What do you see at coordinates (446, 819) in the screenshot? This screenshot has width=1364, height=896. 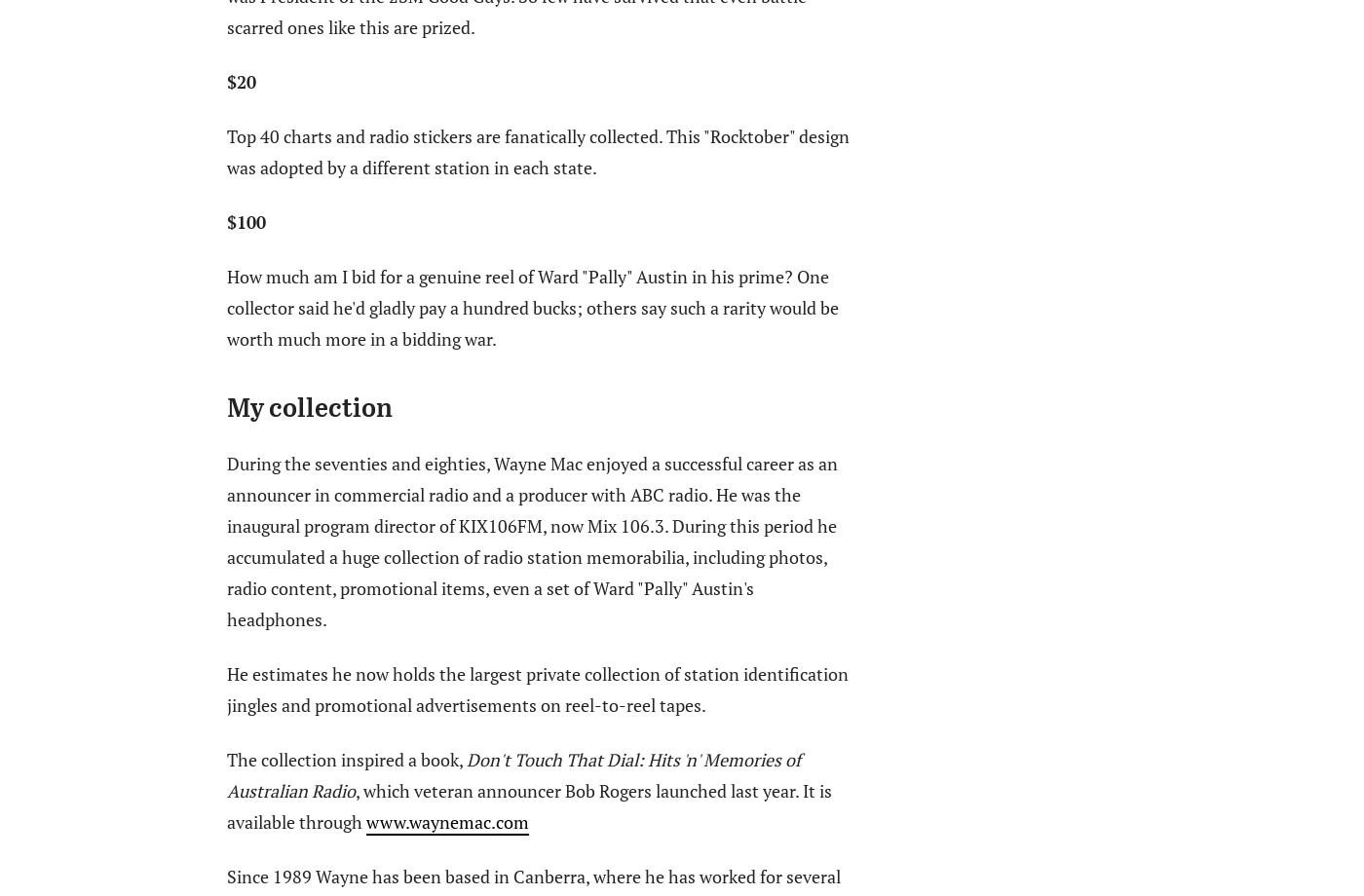 I see `'www.waynemac.com'` at bounding box center [446, 819].